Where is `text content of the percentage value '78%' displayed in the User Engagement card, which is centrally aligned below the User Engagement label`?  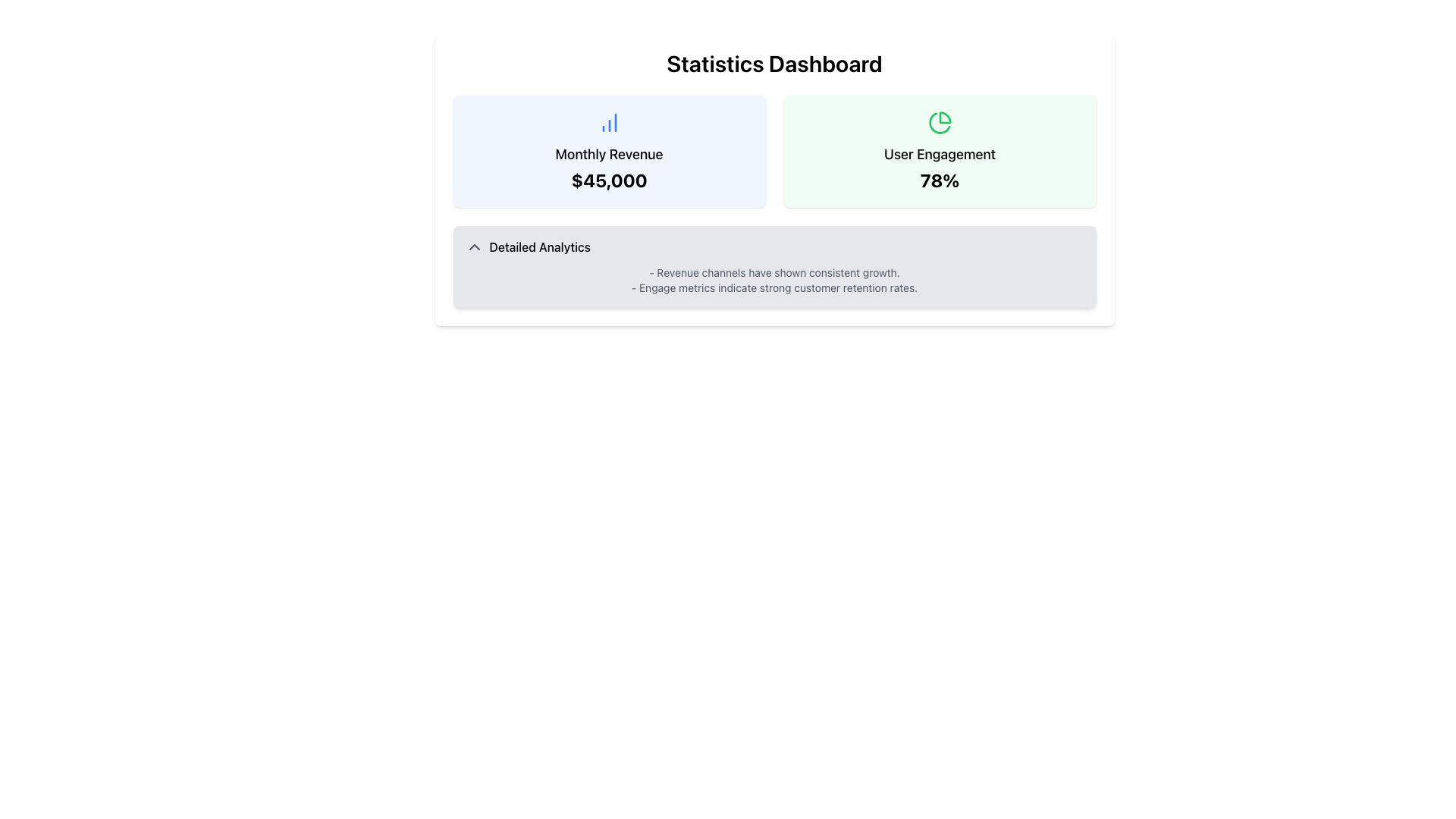 text content of the percentage value '78%' displayed in the User Engagement card, which is centrally aligned below the User Engagement label is located at coordinates (939, 180).